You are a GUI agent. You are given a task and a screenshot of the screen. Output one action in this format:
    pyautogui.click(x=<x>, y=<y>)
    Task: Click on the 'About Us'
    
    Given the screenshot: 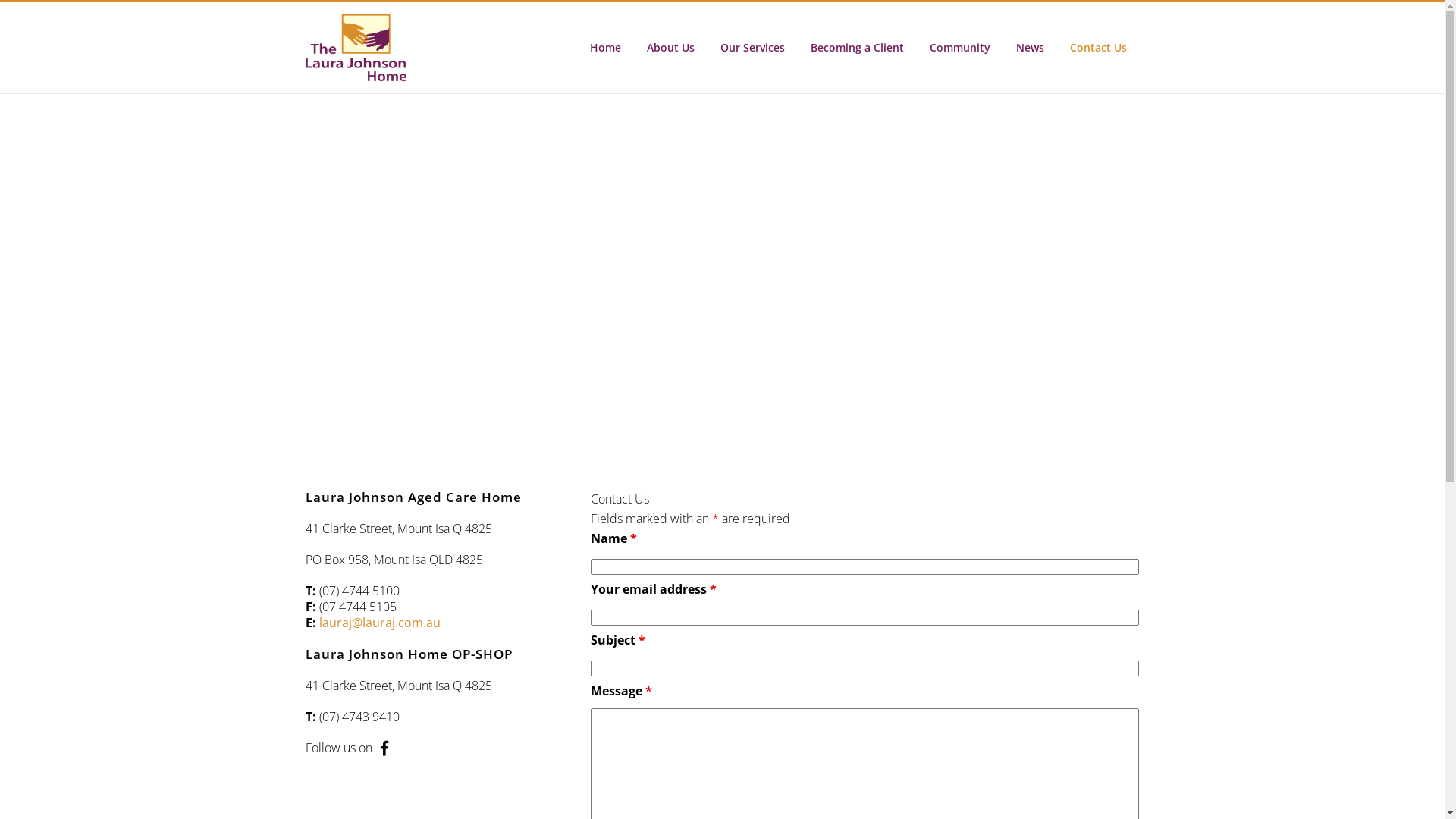 What is the action you would take?
    pyautogui.click(x=831, y=508)
    